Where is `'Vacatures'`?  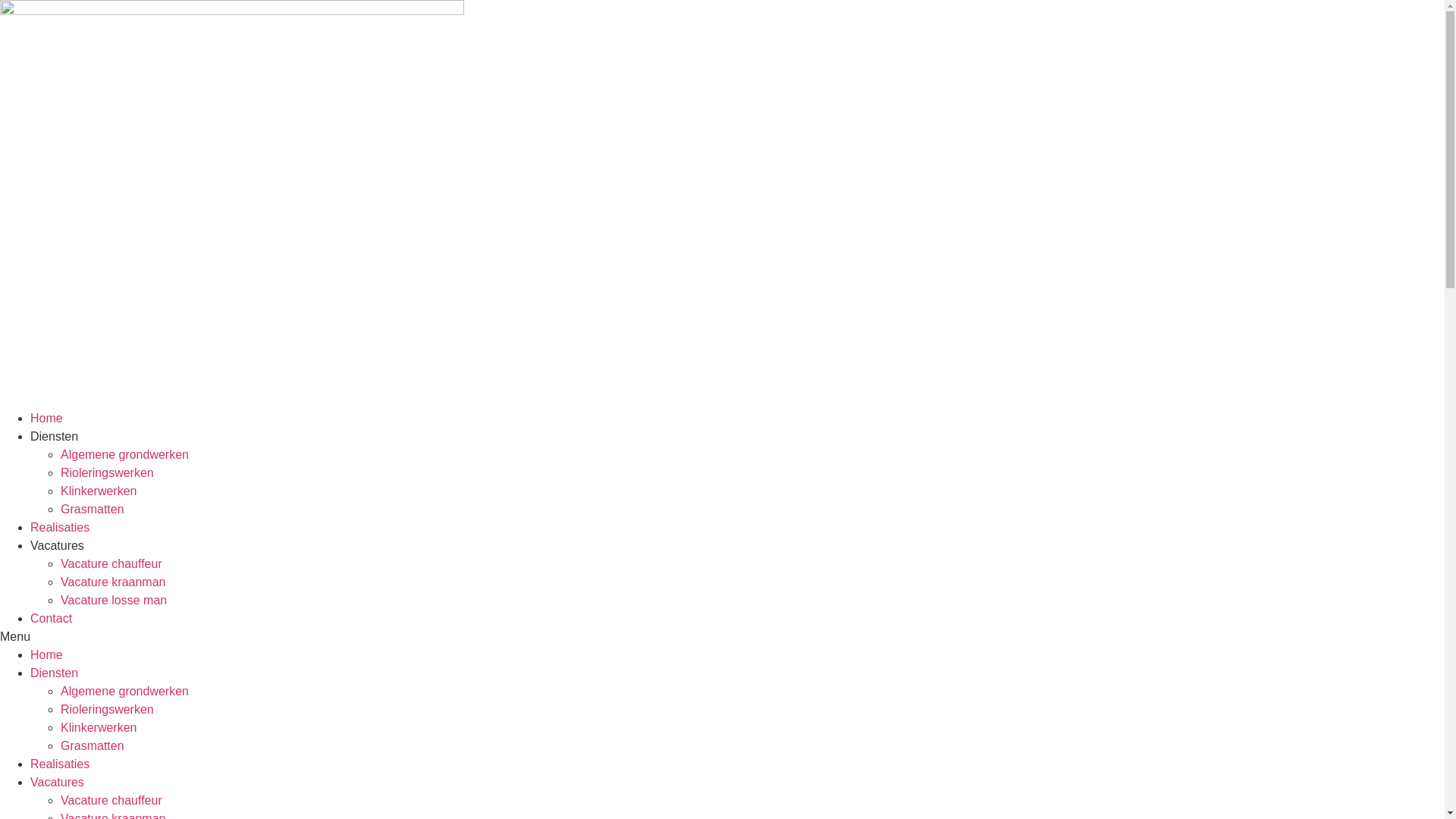 'Vacatures' is located at coordinates (30, 782).